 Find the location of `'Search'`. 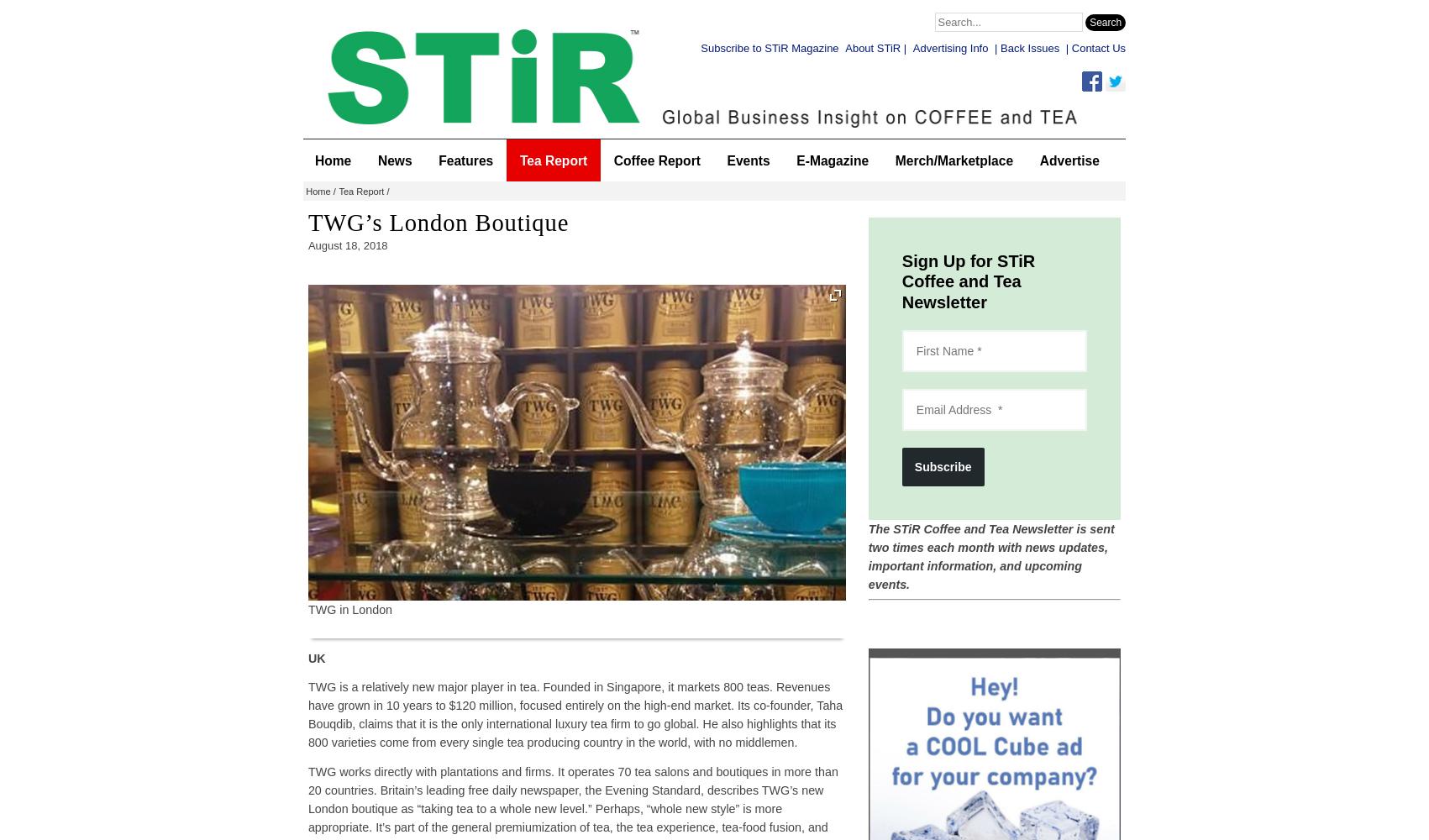

'Search' is located at coordinates (1106, 23).